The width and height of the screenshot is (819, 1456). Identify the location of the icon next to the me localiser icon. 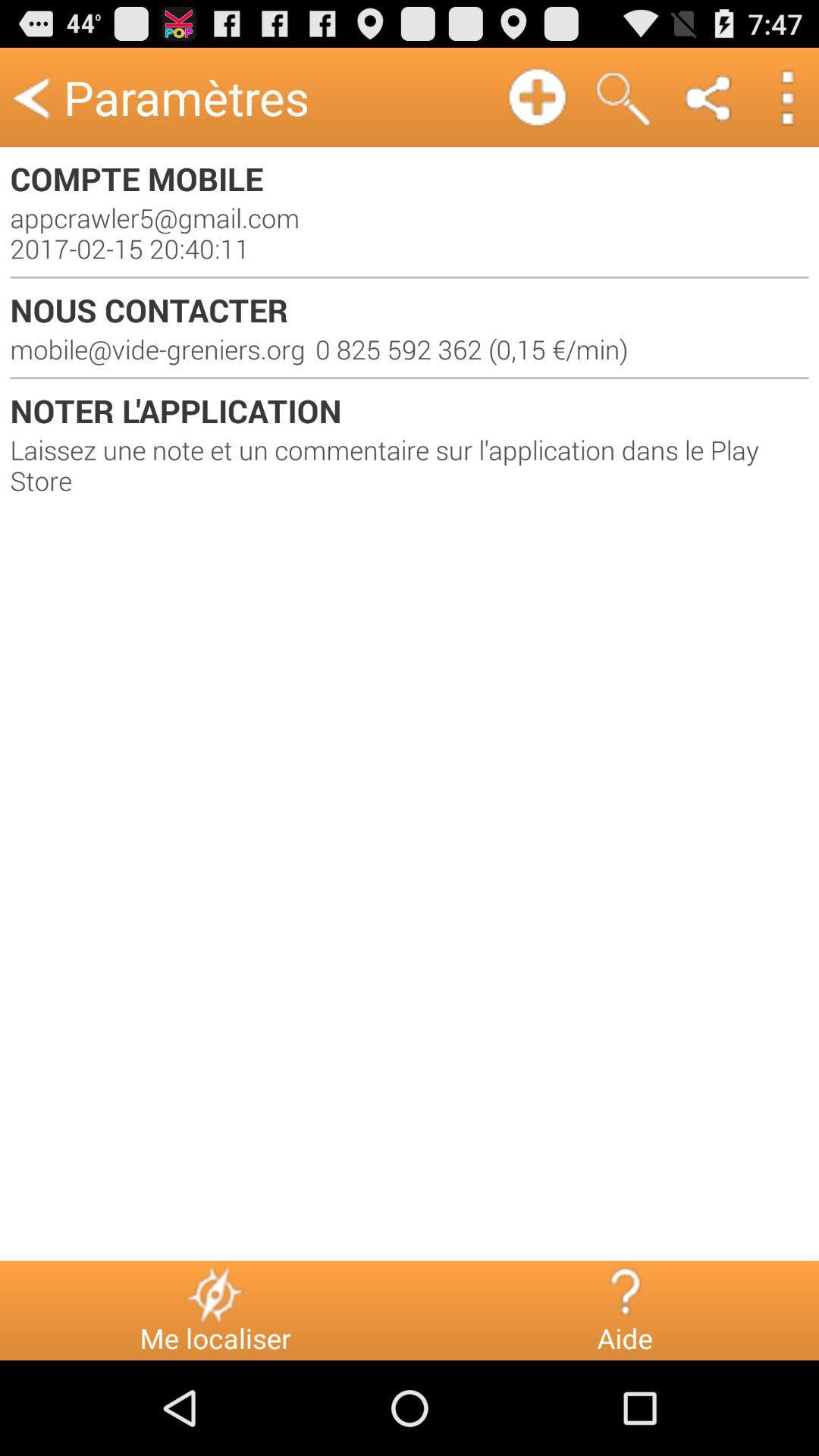
(624, 1293).